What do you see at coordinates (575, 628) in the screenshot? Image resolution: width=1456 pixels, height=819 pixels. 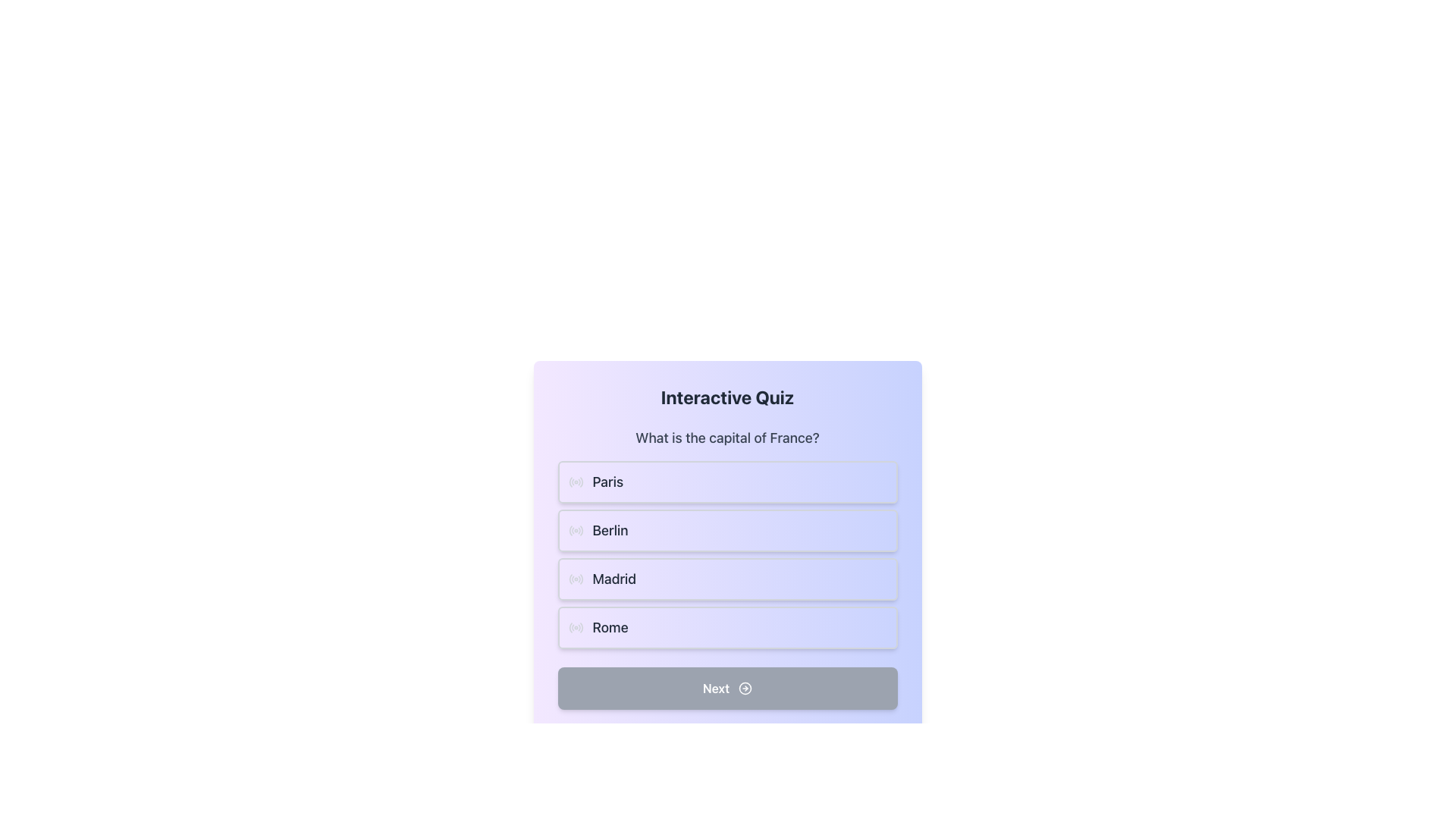 I see `the radio button indicating the selection status for the option 'Rome' in the multiple-choice quiz` at bounding box center [575, 628].